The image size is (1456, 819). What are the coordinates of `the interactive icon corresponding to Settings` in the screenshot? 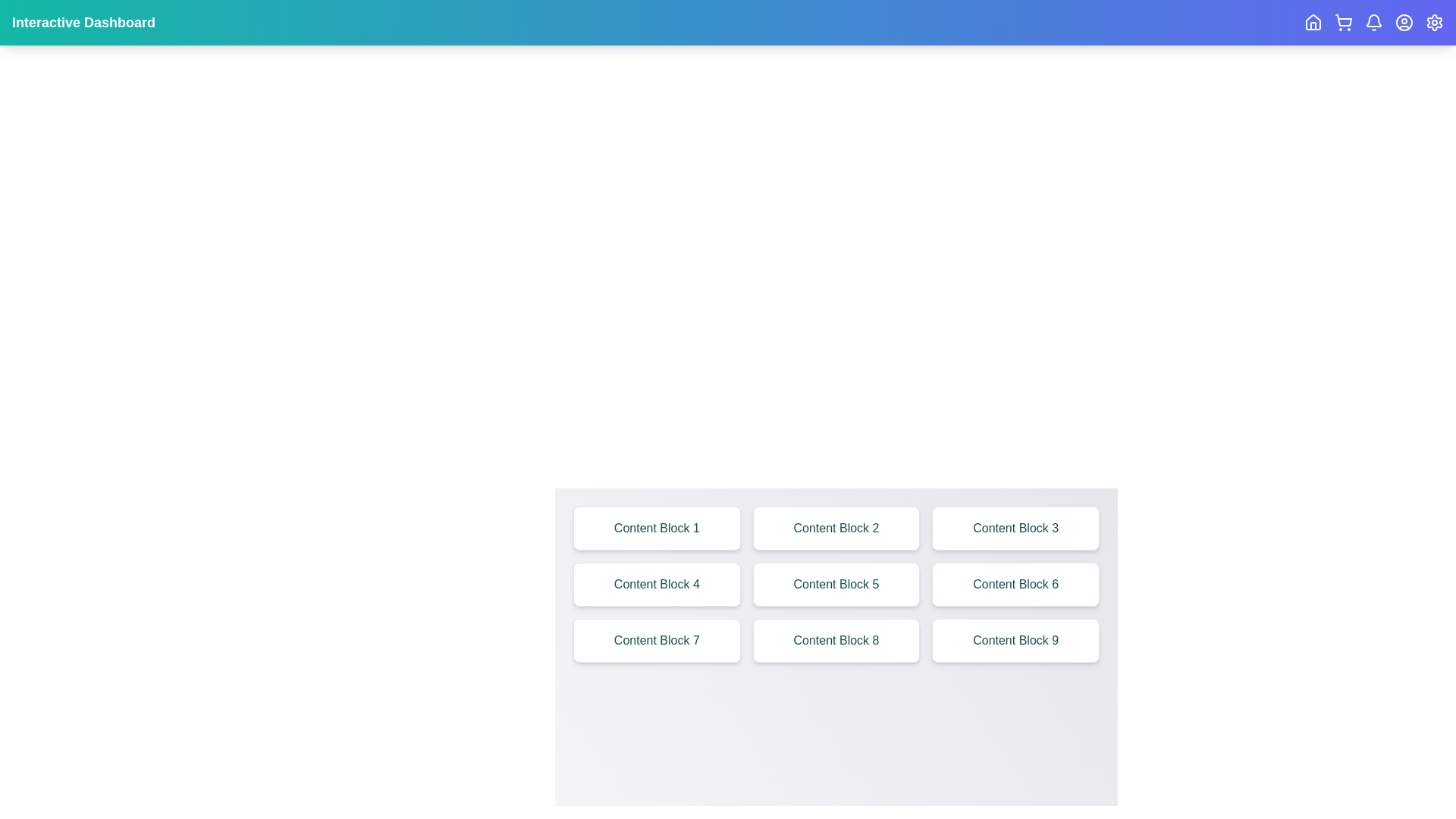 It's located at (1433, 23).